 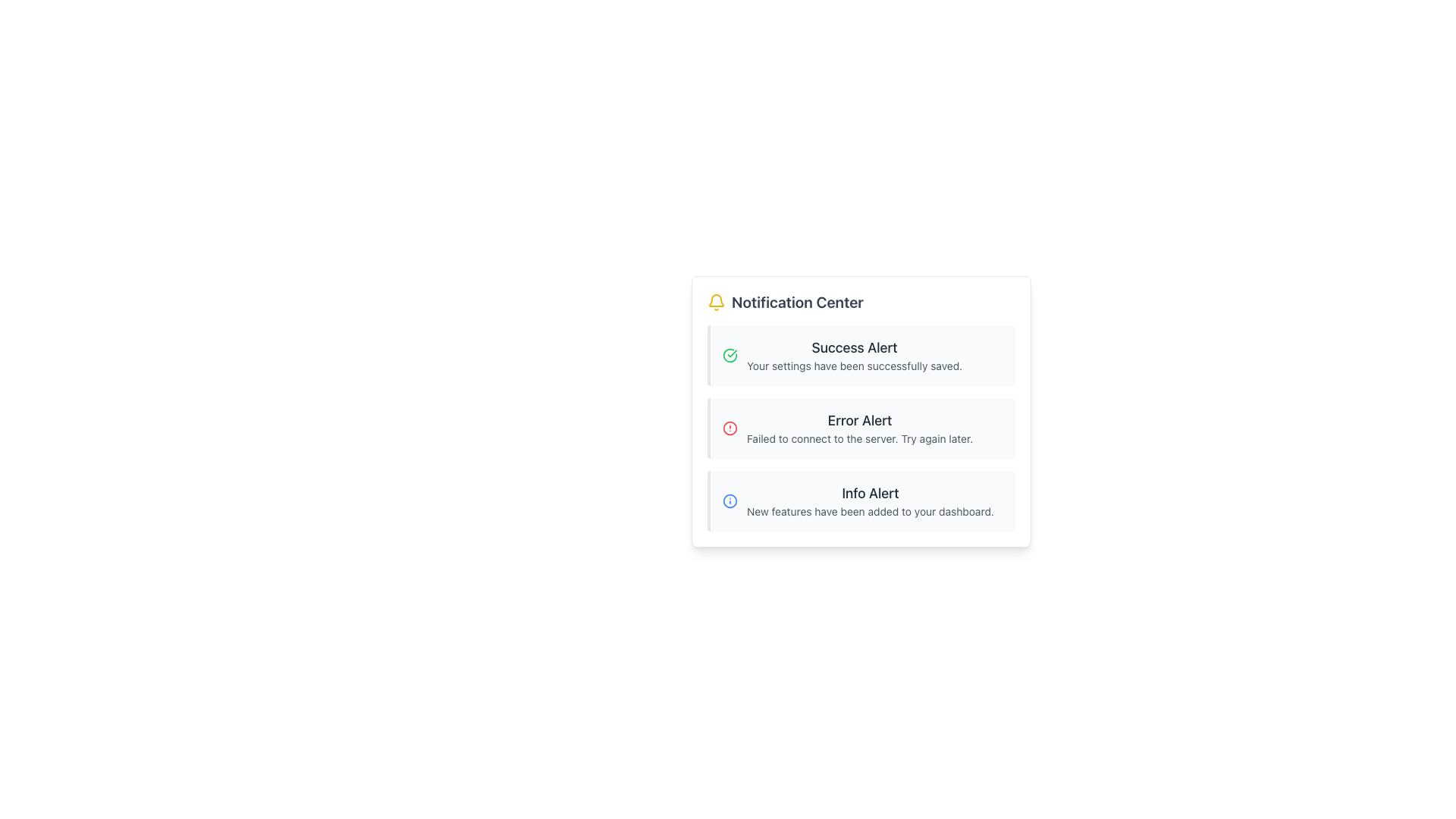 I want to click on text of the success notification header located in the Notification Center, so click(x=855, y=348).